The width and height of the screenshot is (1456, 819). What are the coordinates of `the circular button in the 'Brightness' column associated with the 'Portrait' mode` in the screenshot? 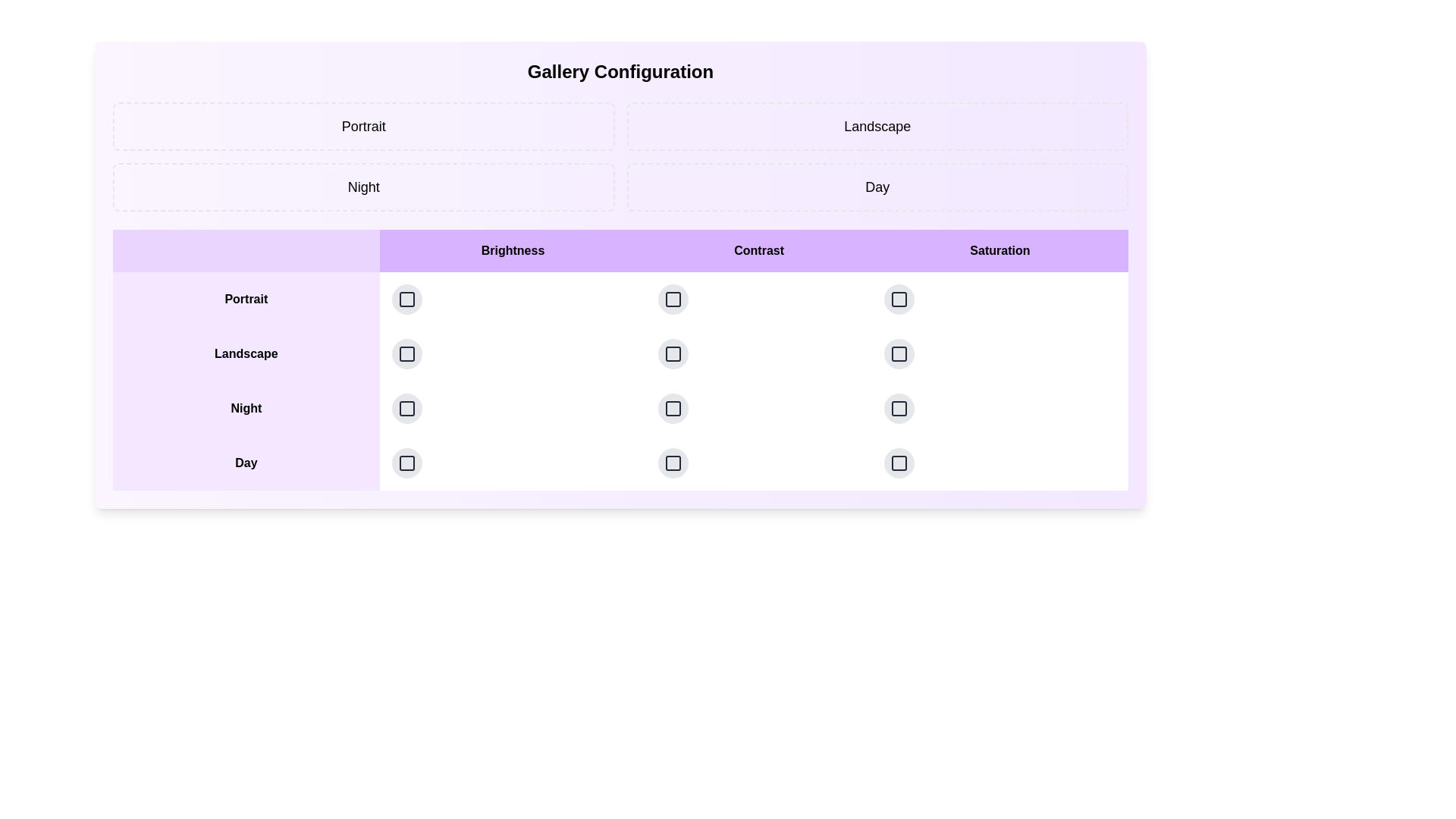 It's located at (406, 299).